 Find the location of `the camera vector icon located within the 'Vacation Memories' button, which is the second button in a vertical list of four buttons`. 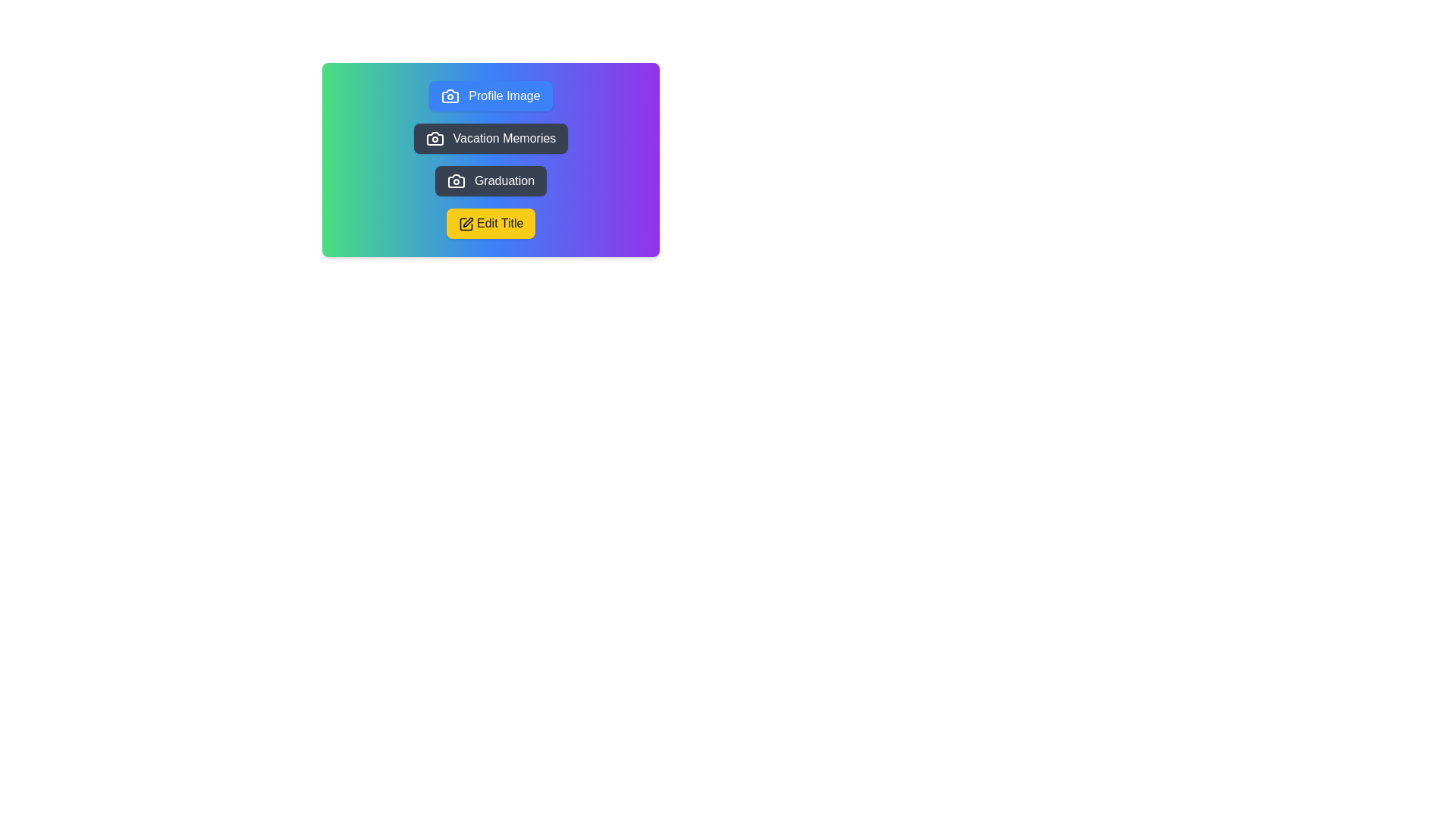

the camera vector icon located within the 'Vacation Memories' button, which is the second button in a vertical list of four buttons is located at coordinates (434, 138).